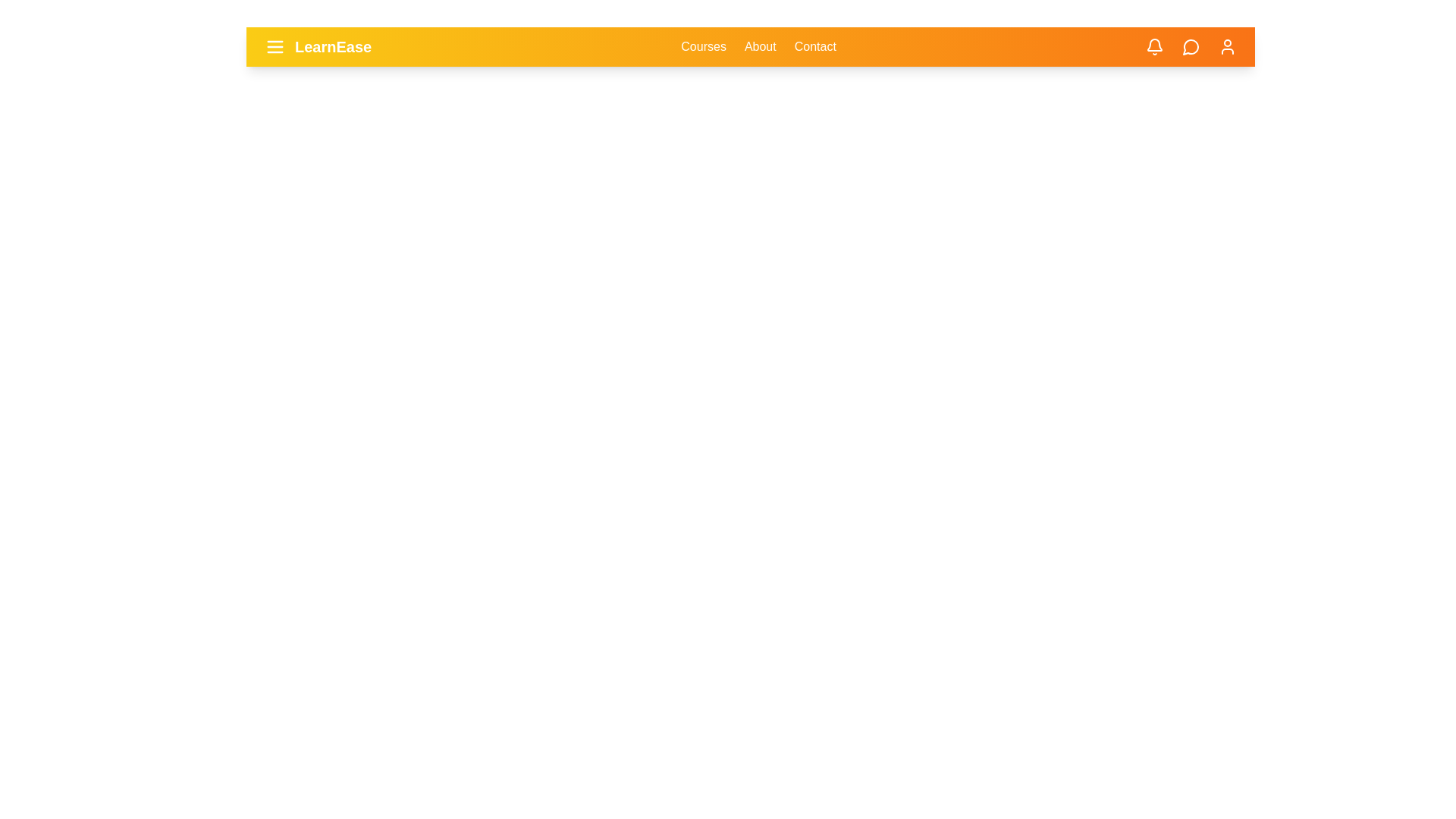 Image resolution: width=1456 pixels, height=819 pixels. Describe the element at coordinates (760, 45) in the screenshot. I see `the 'About' link to navigate to the 'About' page` at that location.